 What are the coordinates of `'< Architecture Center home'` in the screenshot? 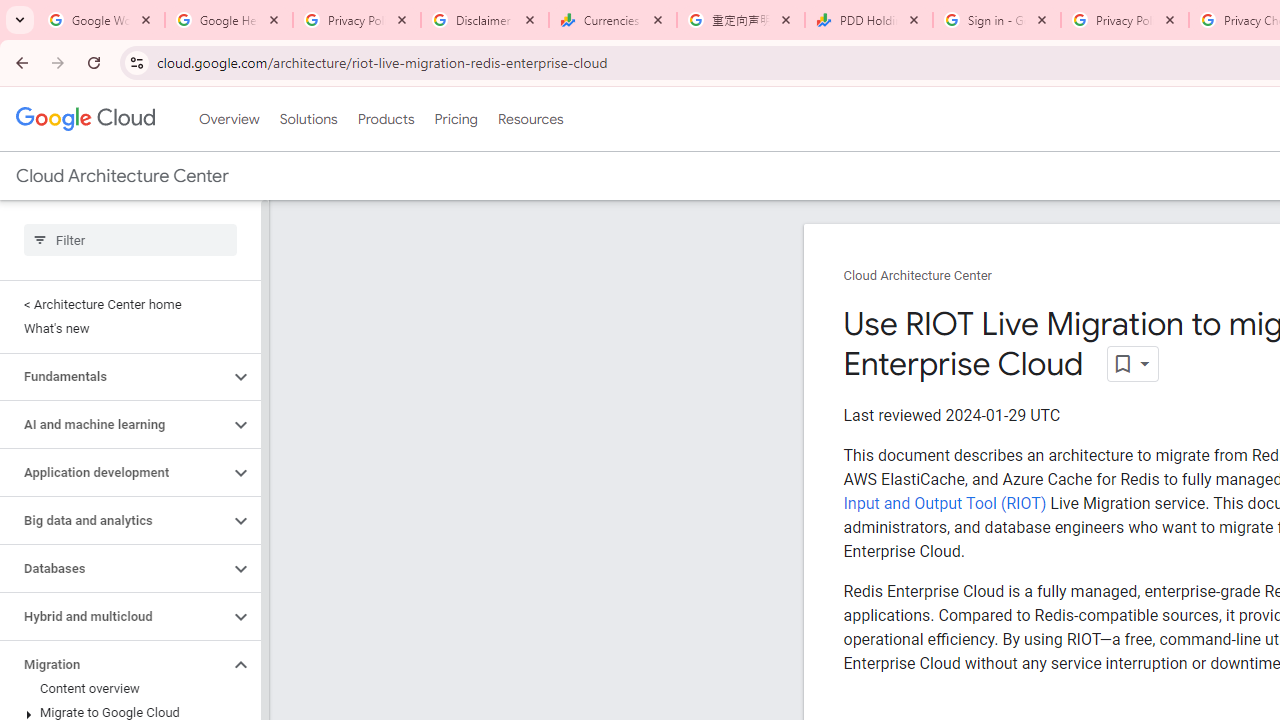 It's located at (125, 304).